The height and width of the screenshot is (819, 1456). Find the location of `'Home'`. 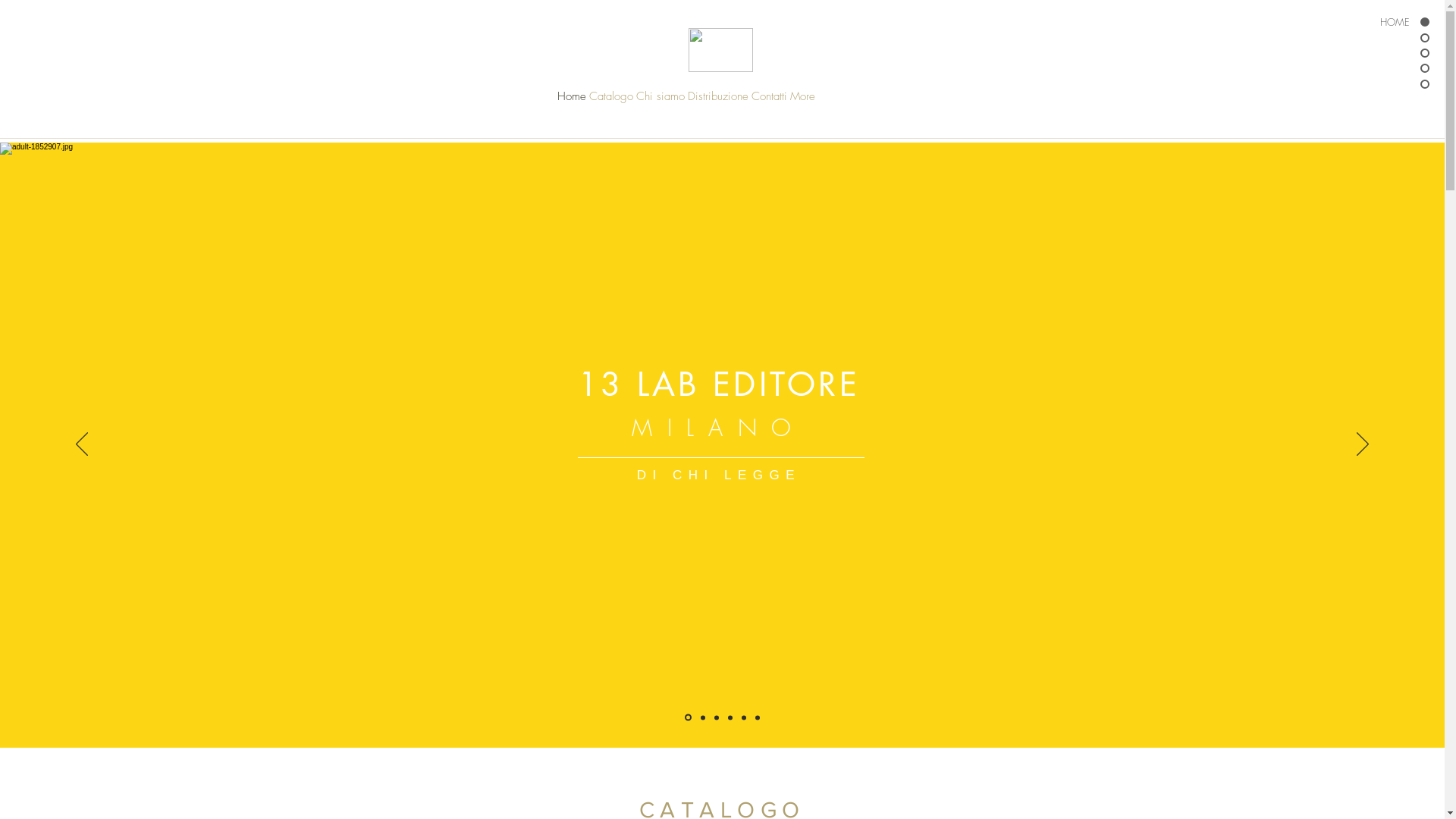

'Home' is located at coordinates (570, 100).